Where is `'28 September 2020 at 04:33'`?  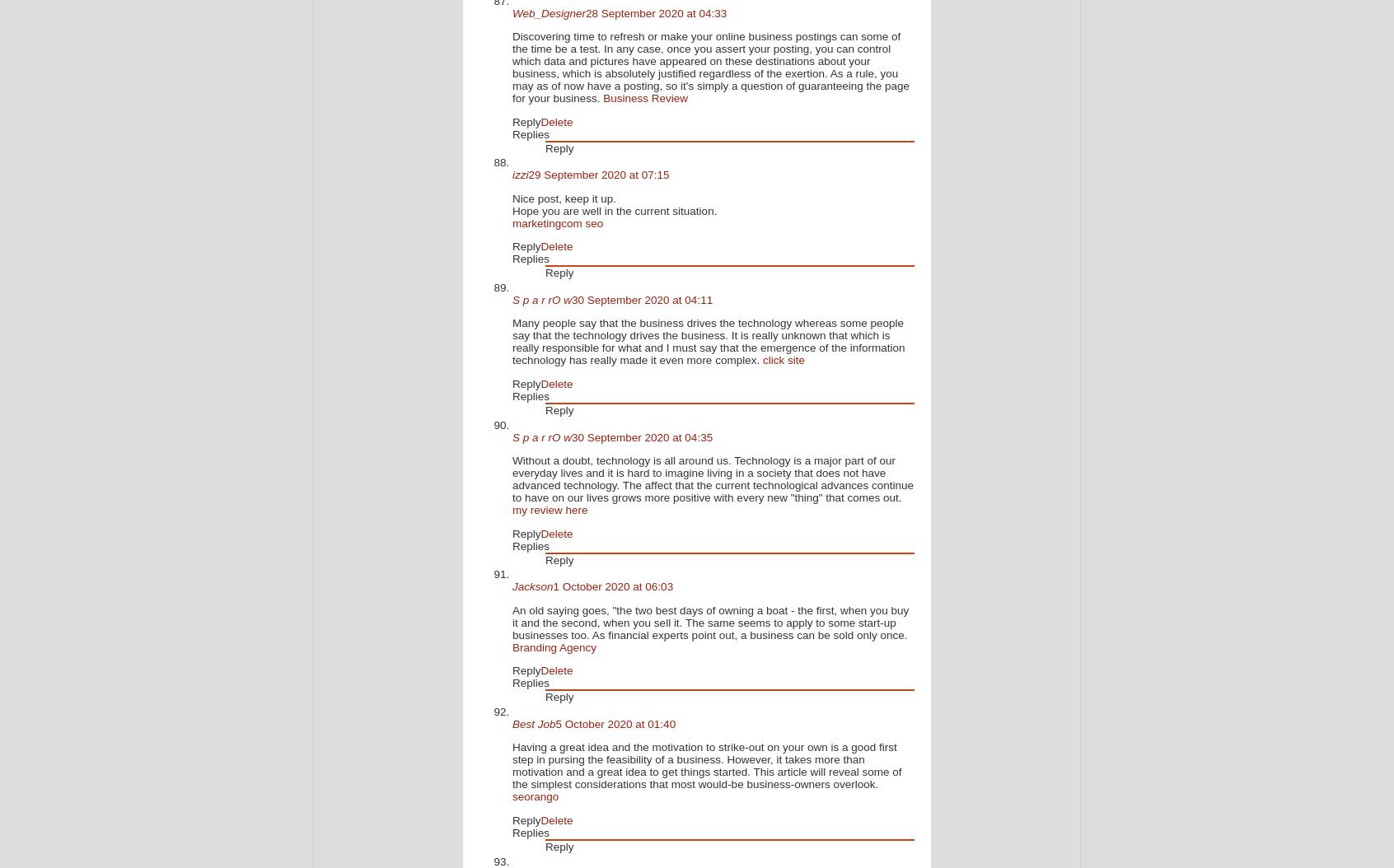
'28 September 2020 at 04:33' is located at coordinates (584, 12).